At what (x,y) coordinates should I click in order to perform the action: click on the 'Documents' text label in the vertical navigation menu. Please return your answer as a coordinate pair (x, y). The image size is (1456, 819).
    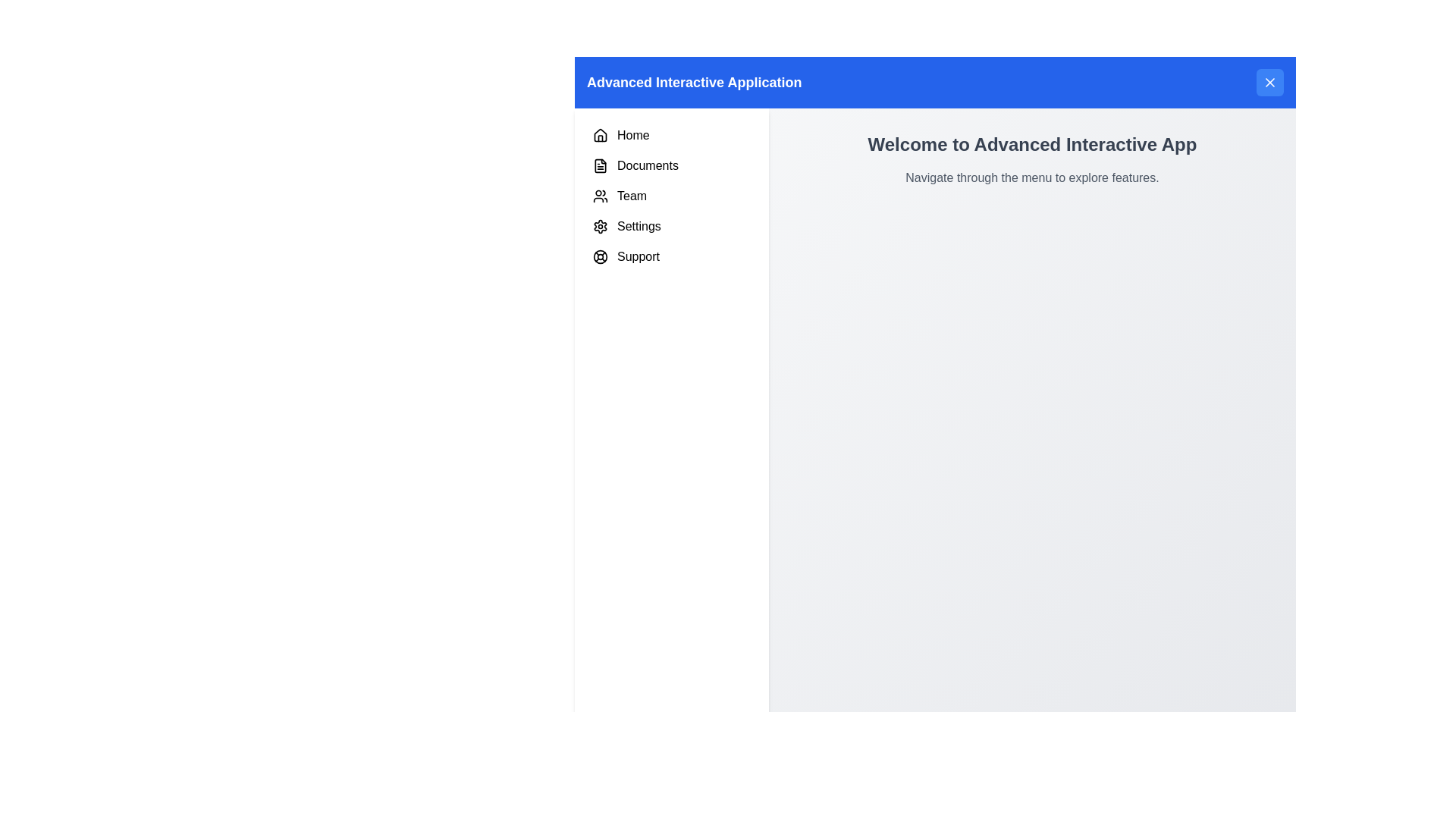
    Looking at the image, I should click on (648, 166).